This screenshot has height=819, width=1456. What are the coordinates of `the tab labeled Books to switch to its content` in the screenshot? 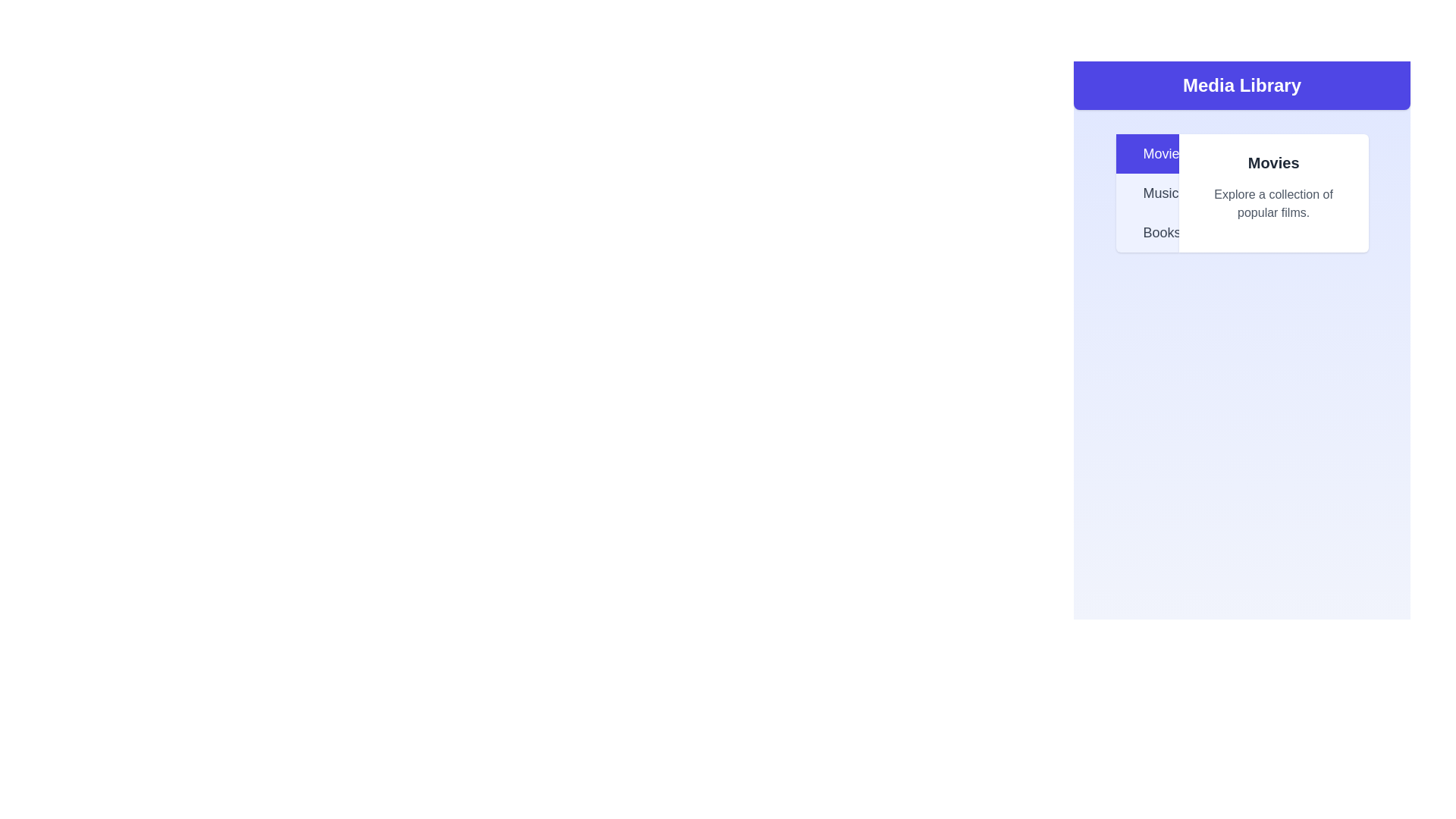 It's located at (1147, 233).